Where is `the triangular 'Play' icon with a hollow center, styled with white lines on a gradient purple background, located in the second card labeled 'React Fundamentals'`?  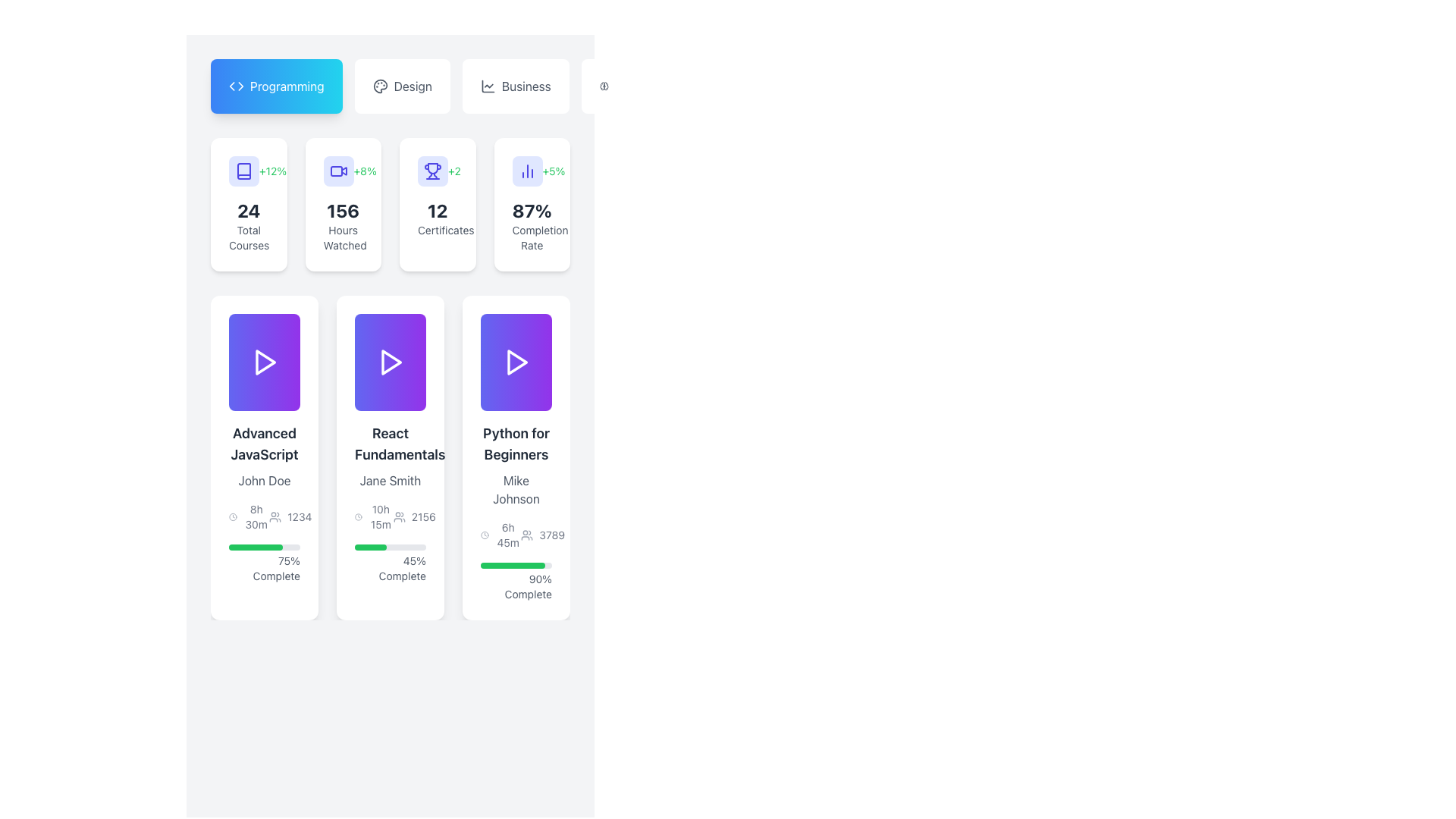
the triangular 'Play' icon with a hollow center, styled with white lines on a gradient purple background, located in the second card labeled 'React Fundamentals' is located at coordinates (390, 362).